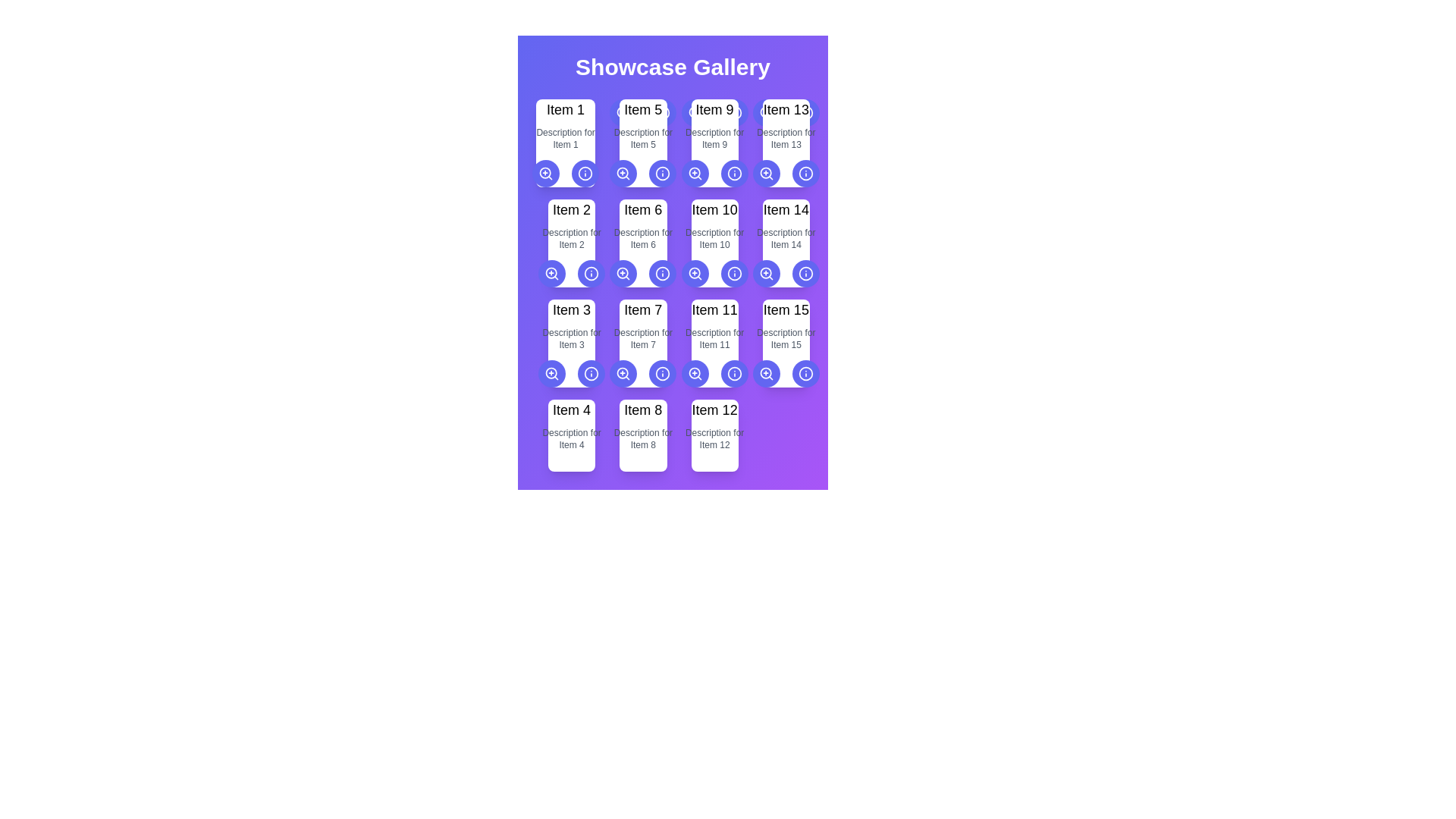 This screenshot has height=819, width=1456. Describe the element at coordinates (571, 309) in the screenshot. I see `text element displaying 'Item 3' at the top of the card layout in the second row and first column of the grid under 'Showcase Gallery'` at that location.